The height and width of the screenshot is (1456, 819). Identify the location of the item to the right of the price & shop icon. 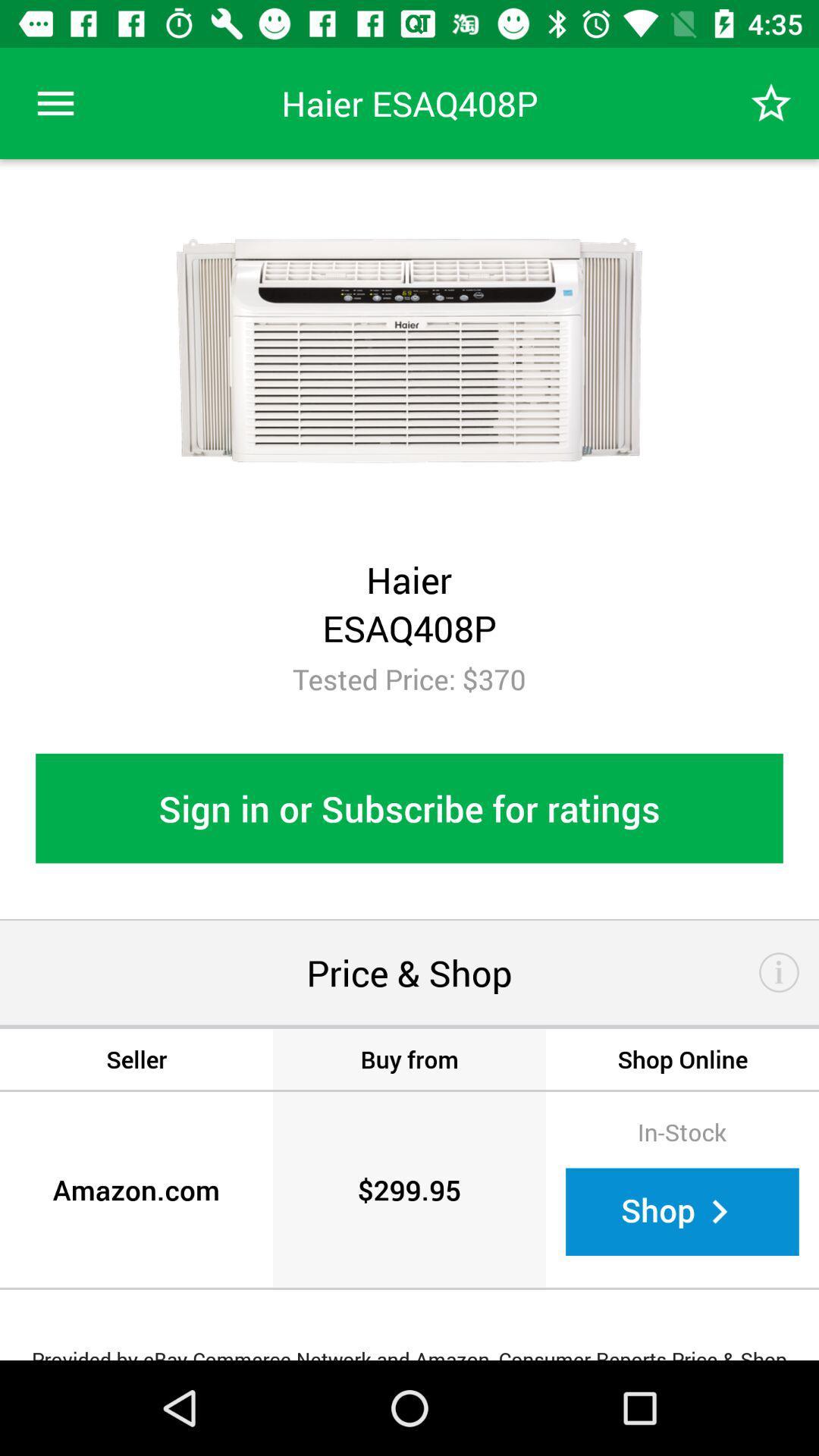
(779, 972).